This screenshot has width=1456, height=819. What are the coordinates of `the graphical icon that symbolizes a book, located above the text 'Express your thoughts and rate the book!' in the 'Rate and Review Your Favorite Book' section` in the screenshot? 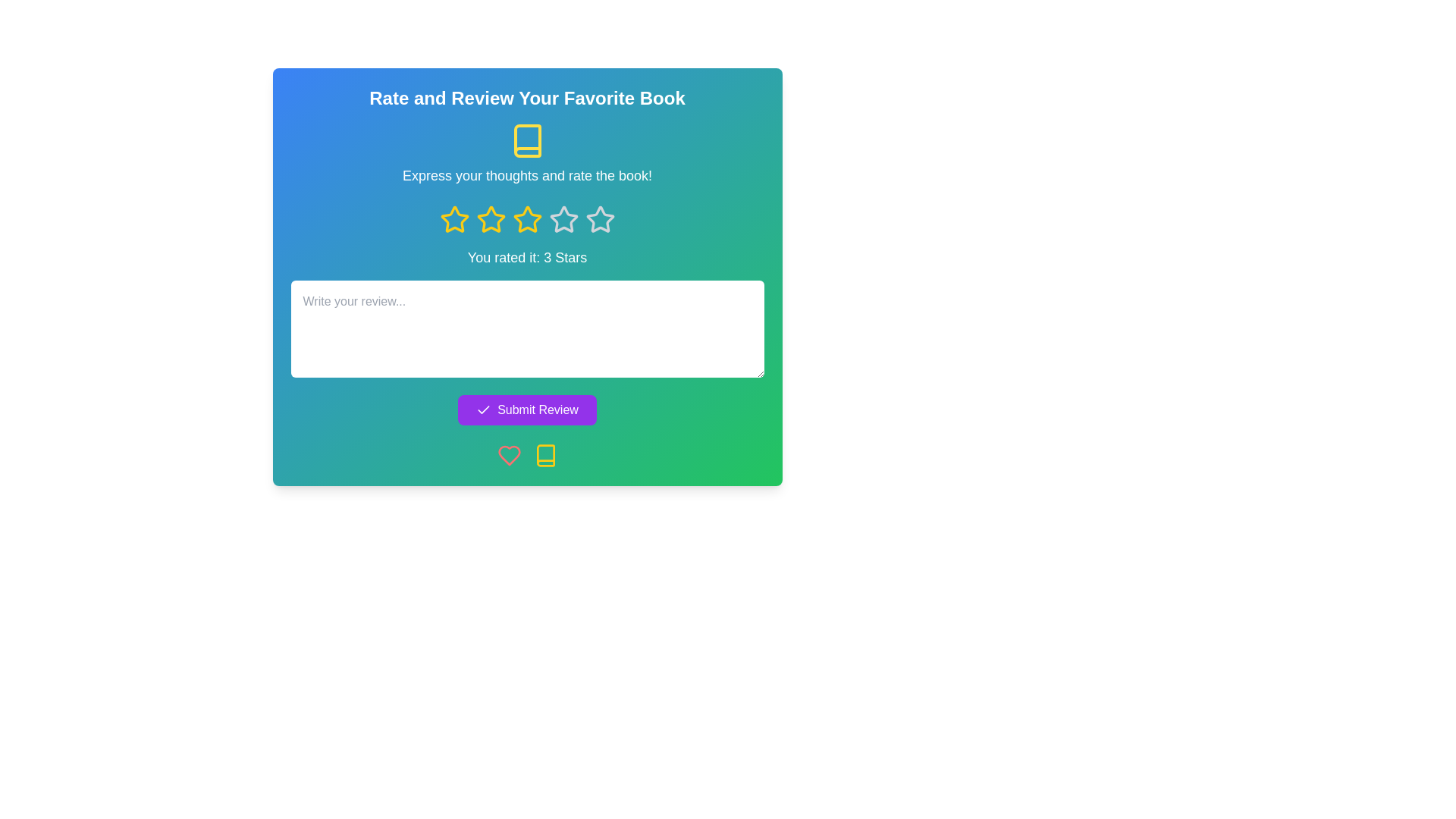 It's located at (527, 140).